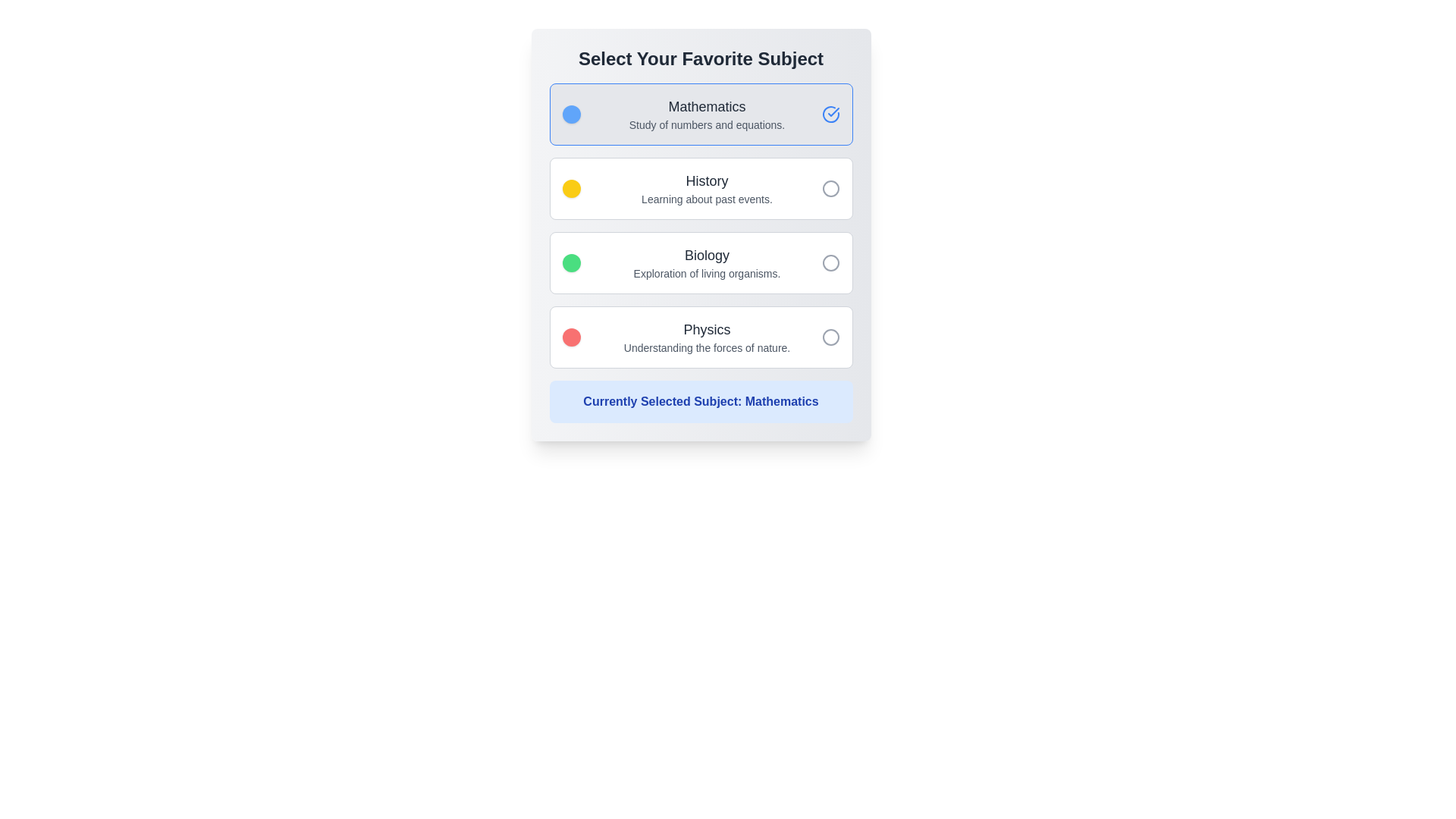 Image resolution: width=1456 pixels, height=819 pixels. Describe the element at coordinates (700, 400) in the screenshot. I see `the Text Display Box that dynamically displays the currently selected subject in the interface, located at the bottom of the subject selection area` at that location.